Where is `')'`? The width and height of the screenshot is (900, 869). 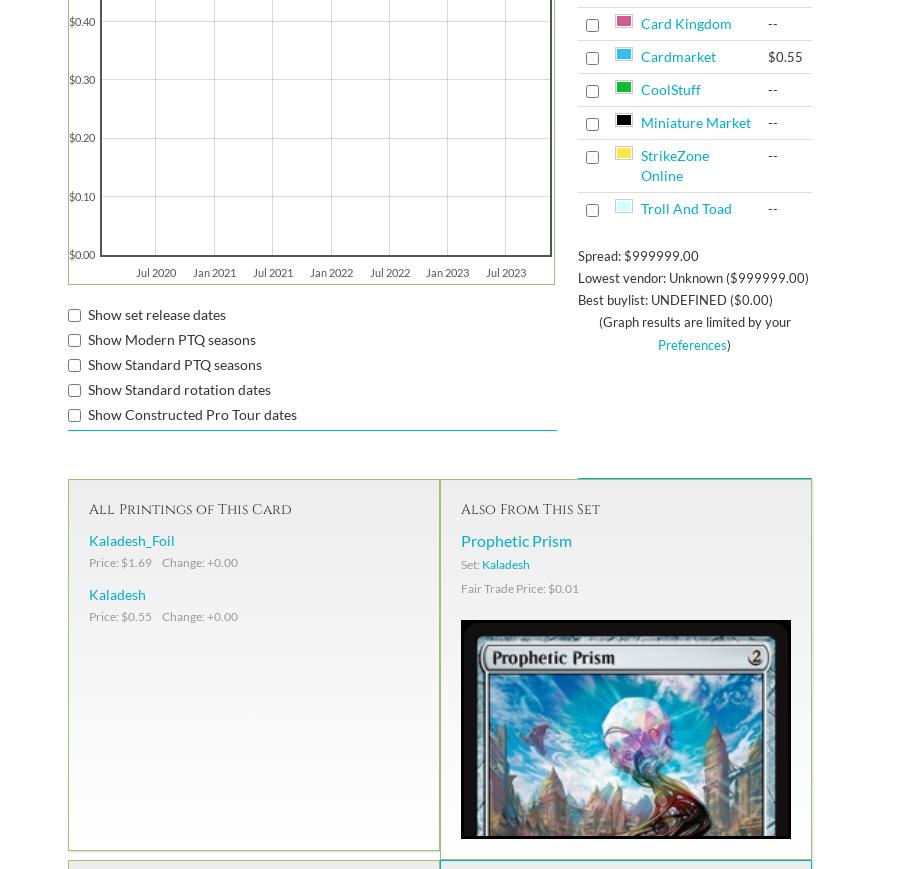
')' is located at coordinates (726, 343).